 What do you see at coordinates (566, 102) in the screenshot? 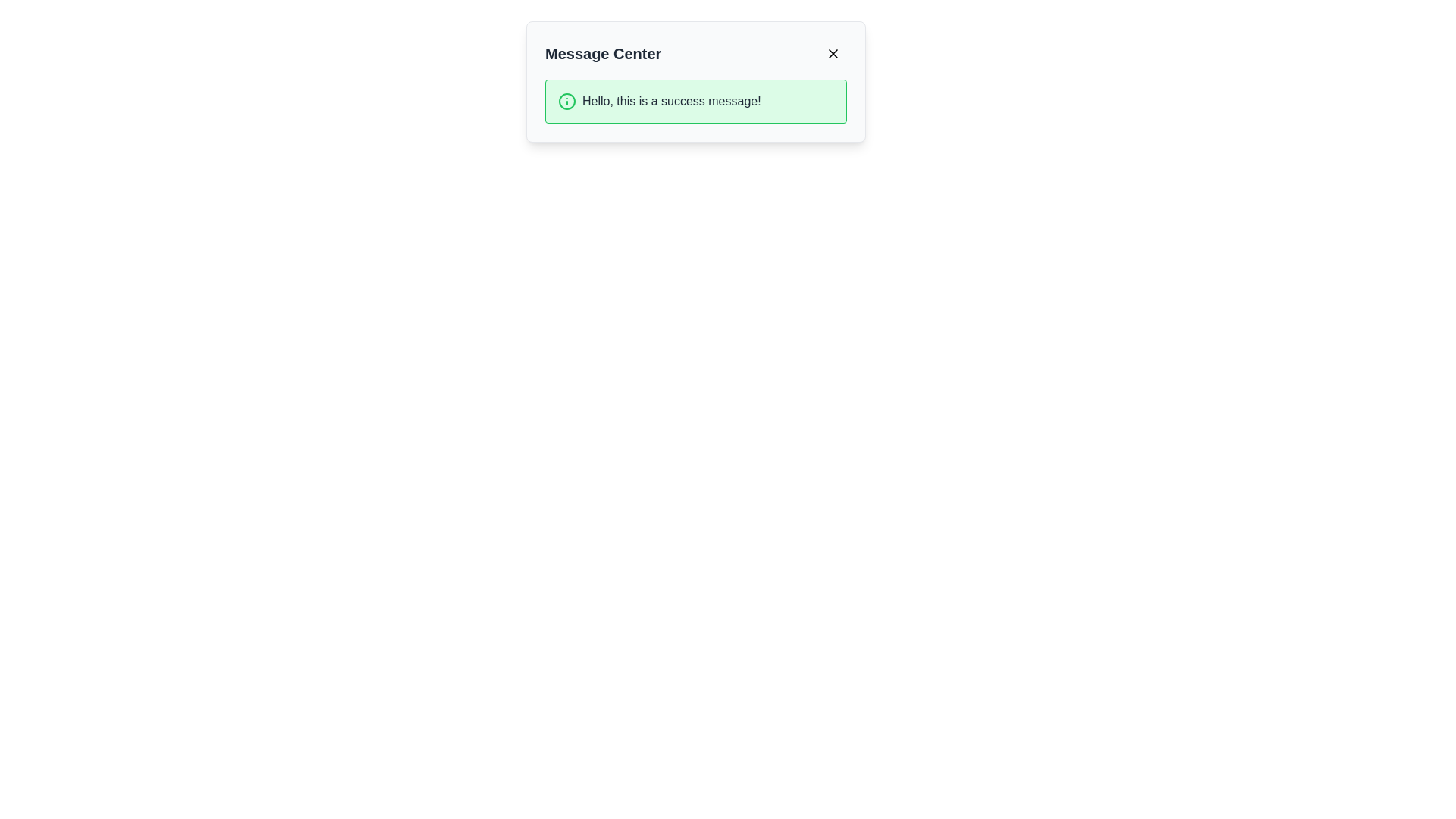
I see `the green-bordered circular element in the notification box that is adjacent to the text 'Hello, this is a success message!'` at bounding box center [566, 102].